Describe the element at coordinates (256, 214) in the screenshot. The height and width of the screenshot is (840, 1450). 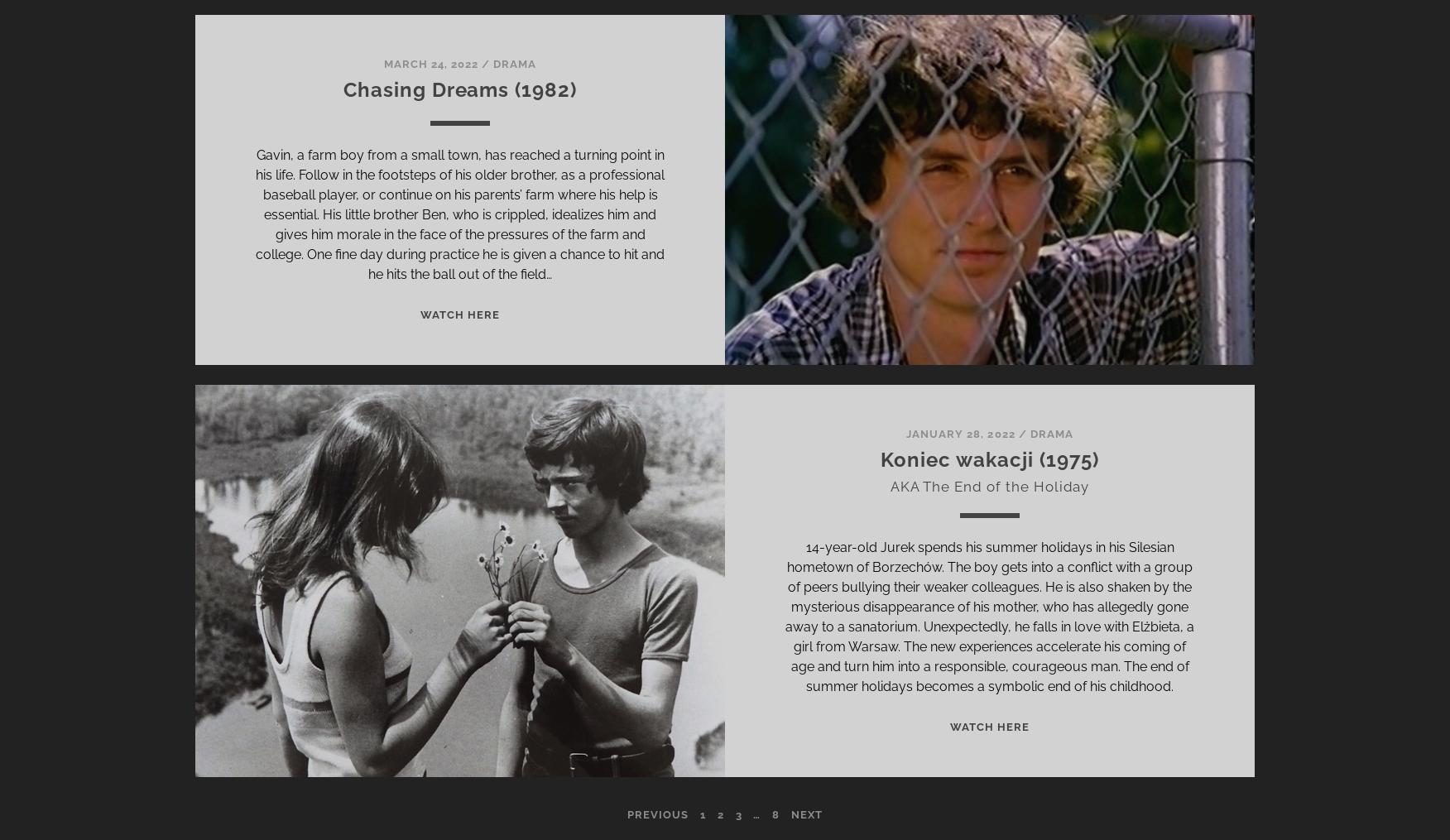
I see `'Gavin, a farm boy from a small town, has reached a turning point in his life. Follow in the footsteps of his older brother, as a professional baseball player, or continue on his parents’ farm where his help is essential. His little brother Ben, who is crippled, idealizes him and gives him morale in the face of the pressures of the farm and college. One fine day during practice he is given a chance to hit and he hits the ball out of the field…'` at that location.